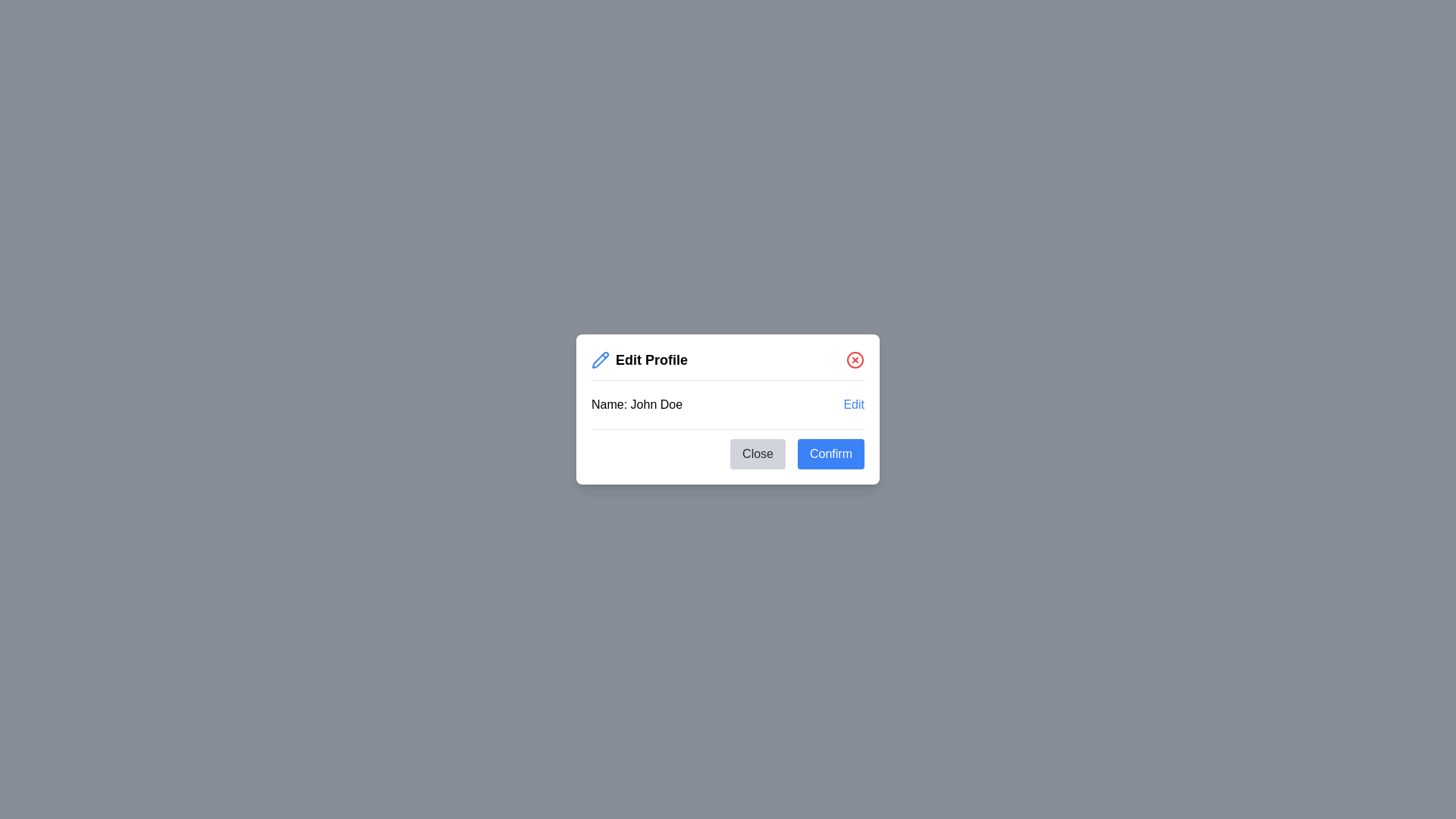 The width and height of the screenshot is (1456, 819). What do you see at coordinates (854, 403) in the screenshot?
I see `the 'Edit' button to initiate editing the details for 'John Doe', located in the middle right section of the modal dialog` at bounding box center [854, 403].